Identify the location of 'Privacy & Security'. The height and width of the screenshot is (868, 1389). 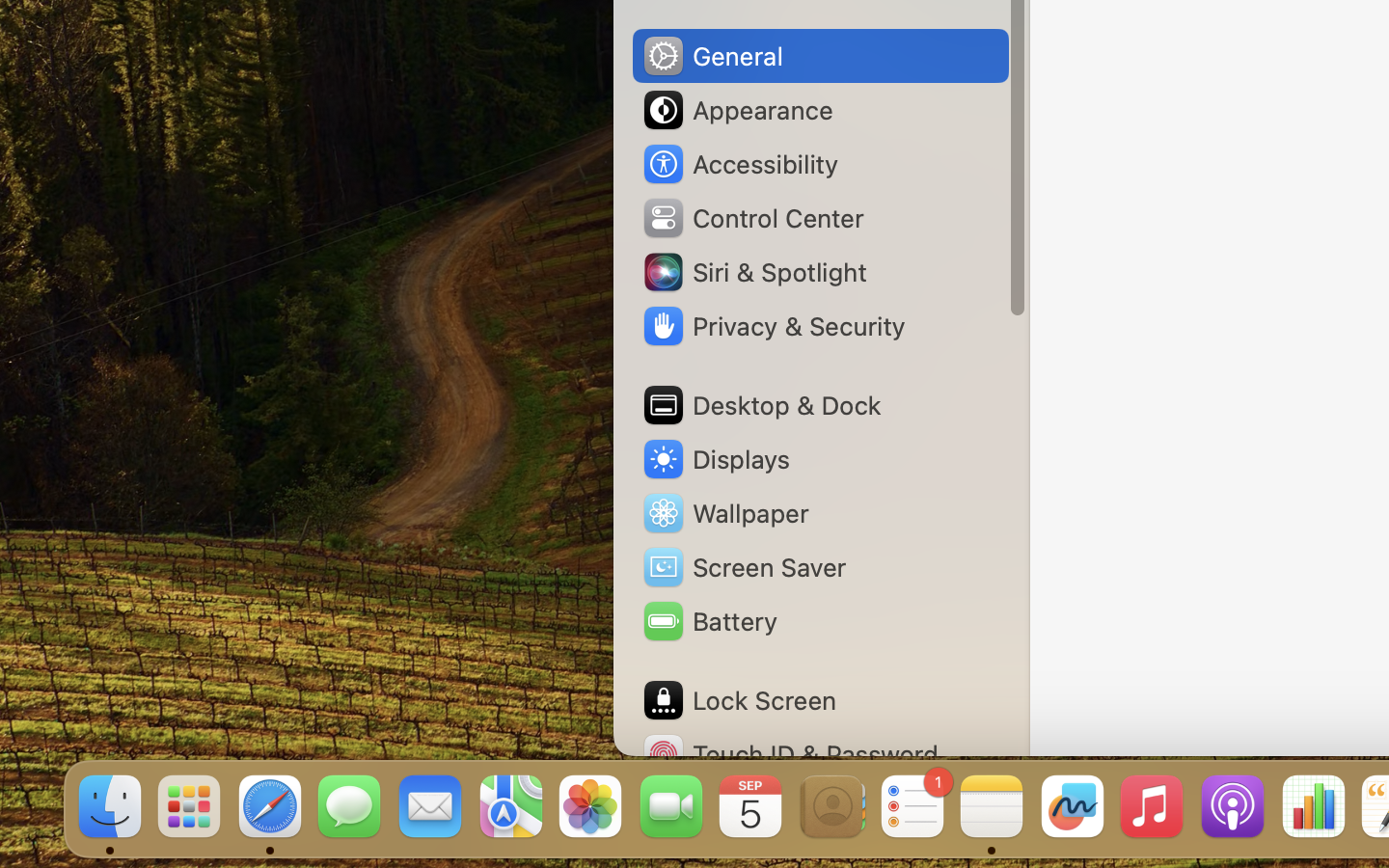
(773, 326).